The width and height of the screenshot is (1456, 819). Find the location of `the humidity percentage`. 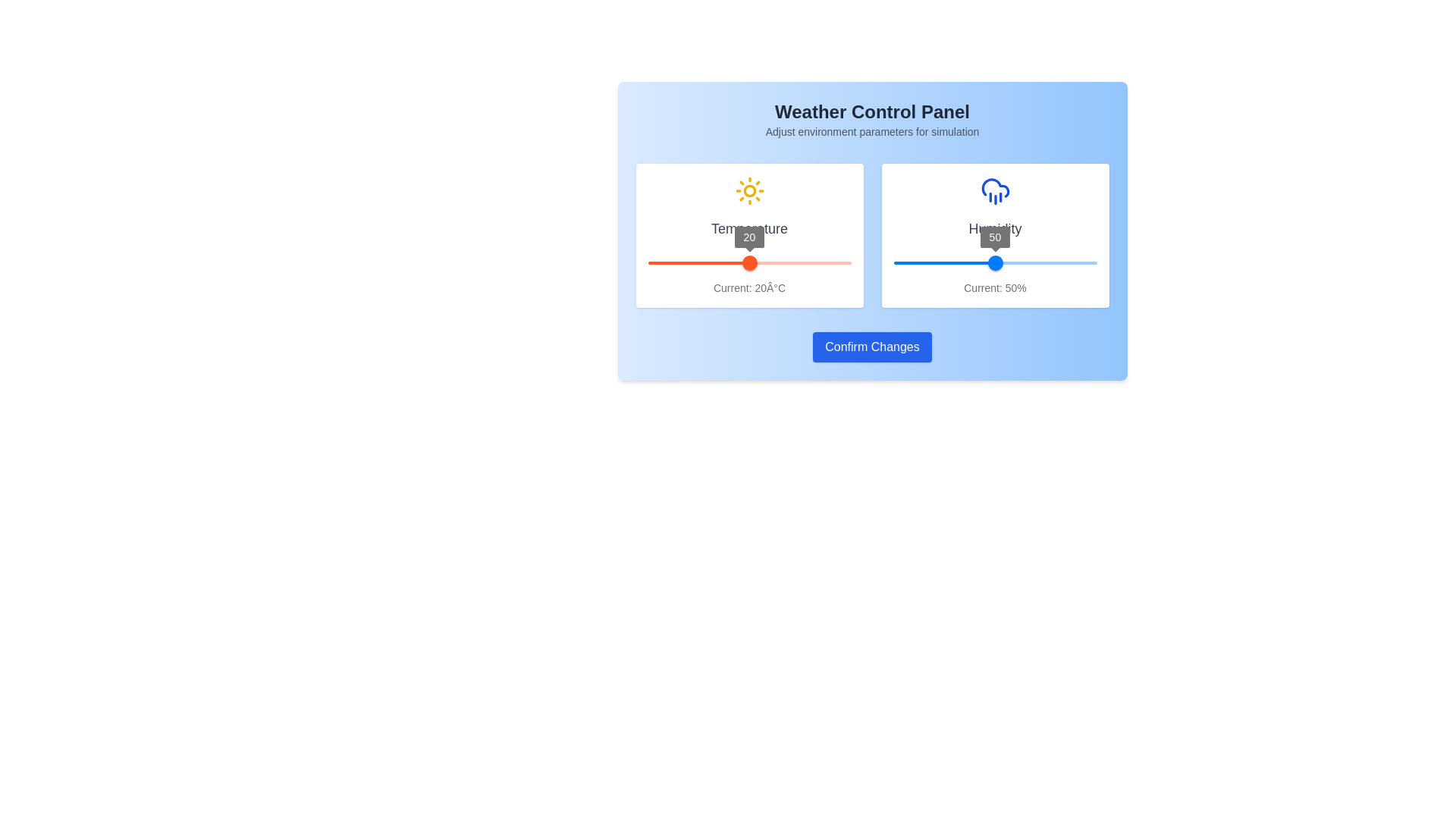

the humidity percentage is located at coordinates (1039, 262).